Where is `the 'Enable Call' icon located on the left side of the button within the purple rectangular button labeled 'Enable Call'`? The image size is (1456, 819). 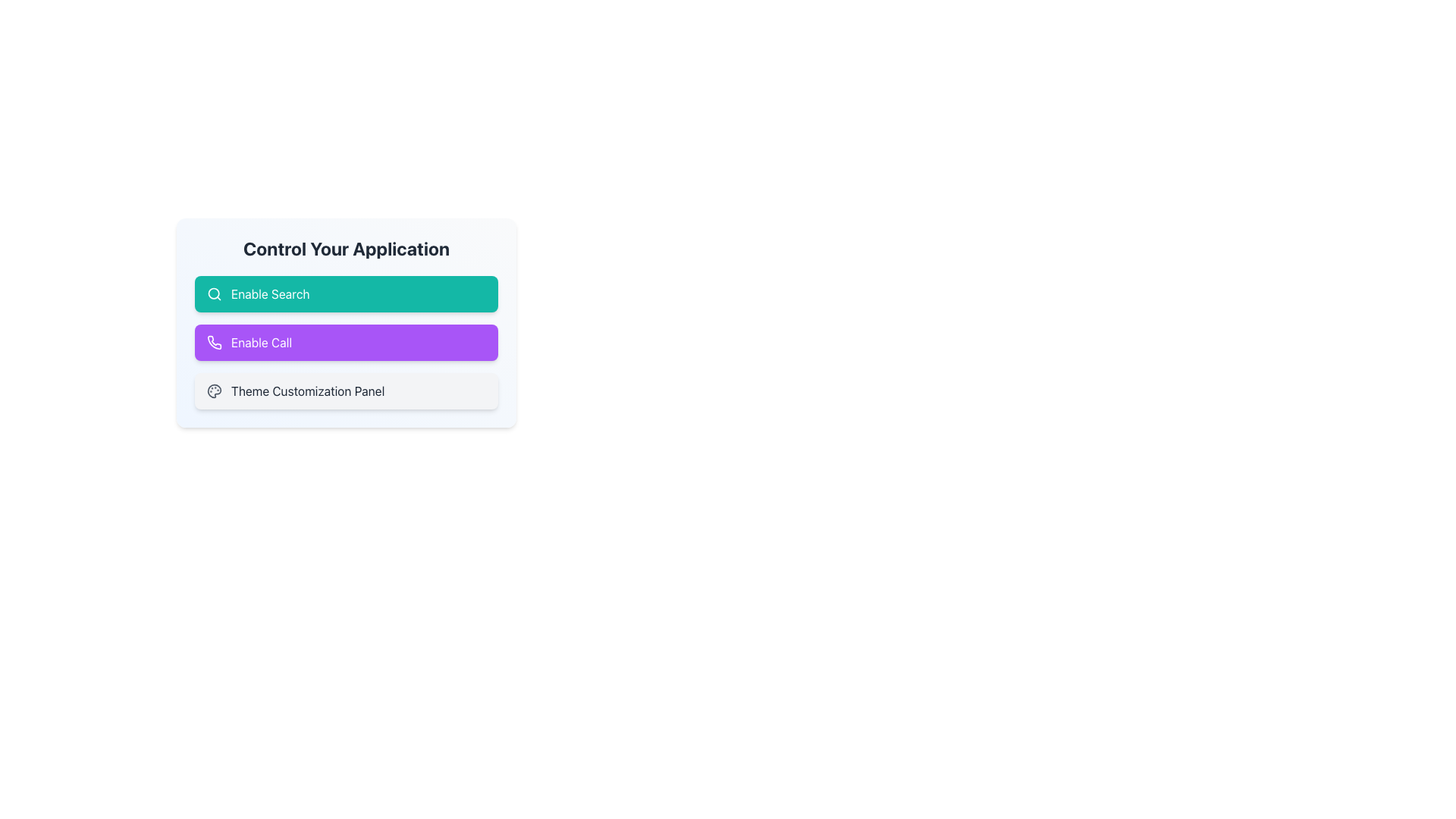
the 'Enable Call' icon located on the left side of the button within the purple rectangular button labeled 'Enable Call' is located at coordinates (214, 342).